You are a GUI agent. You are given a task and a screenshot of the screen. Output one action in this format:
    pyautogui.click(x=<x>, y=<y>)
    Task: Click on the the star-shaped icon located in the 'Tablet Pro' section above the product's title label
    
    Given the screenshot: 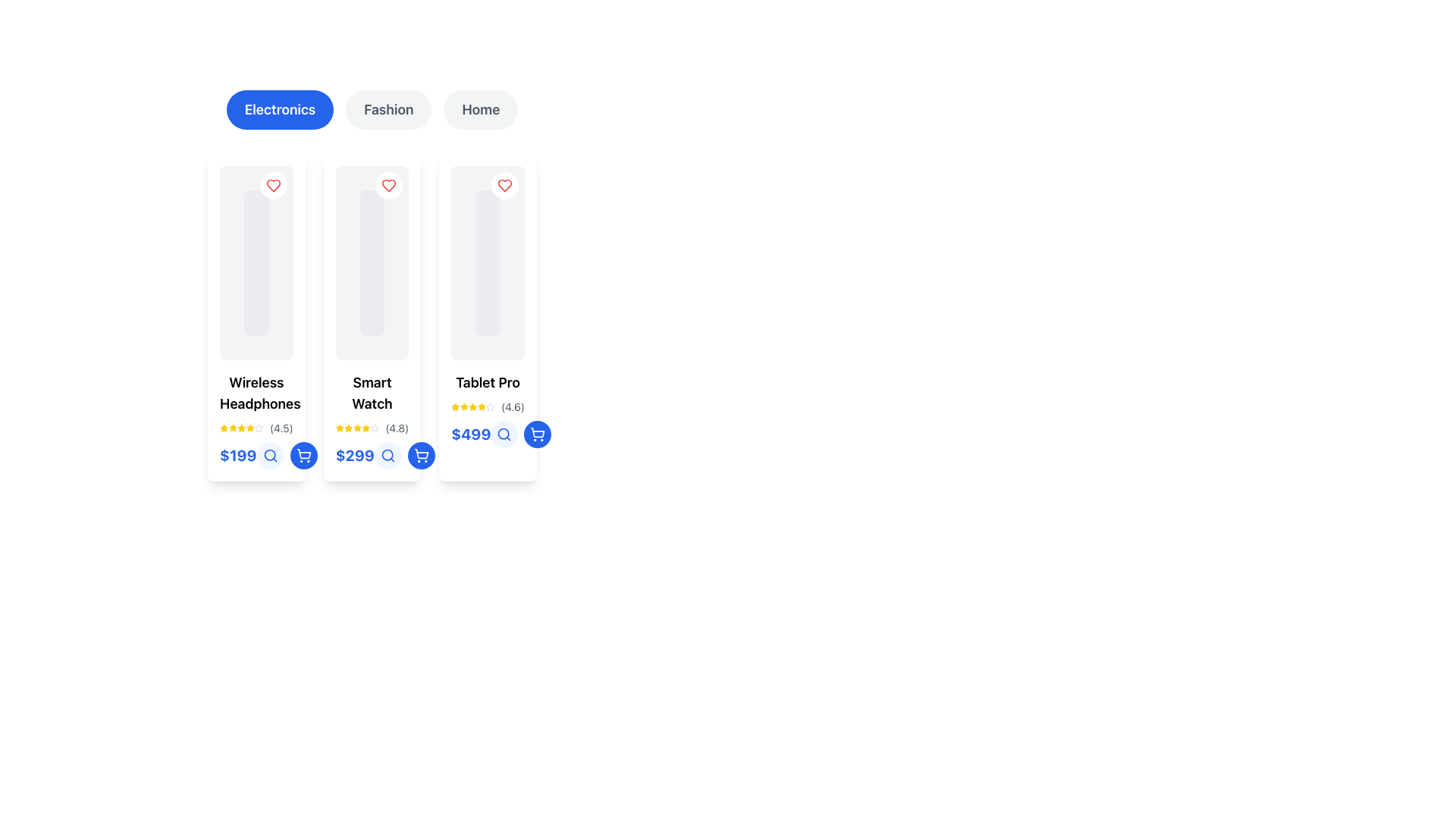 What is the action you would take?
    pyautogui.click(x=491, y=406)
    